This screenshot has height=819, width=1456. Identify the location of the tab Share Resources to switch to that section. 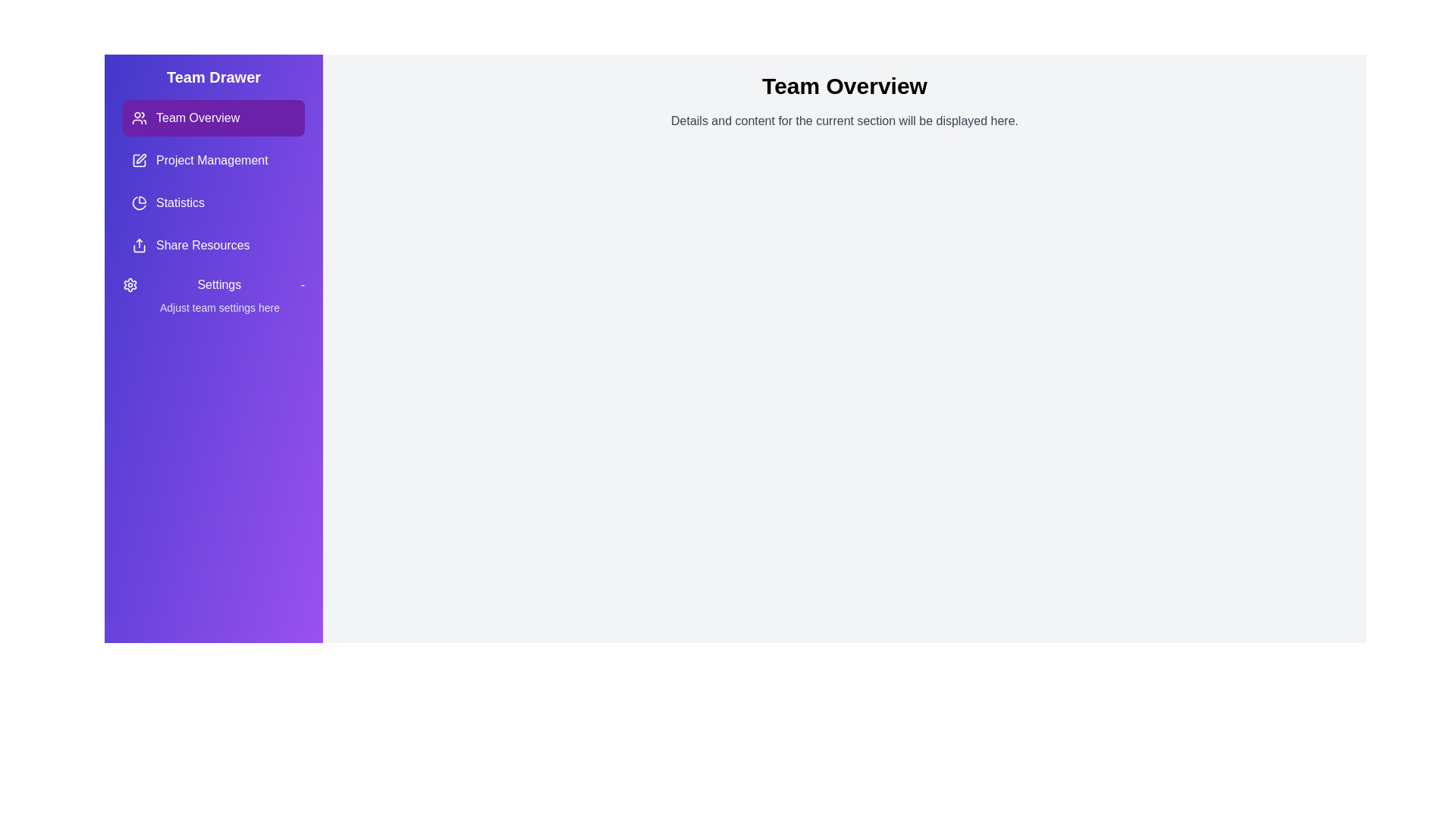
(213, 245).